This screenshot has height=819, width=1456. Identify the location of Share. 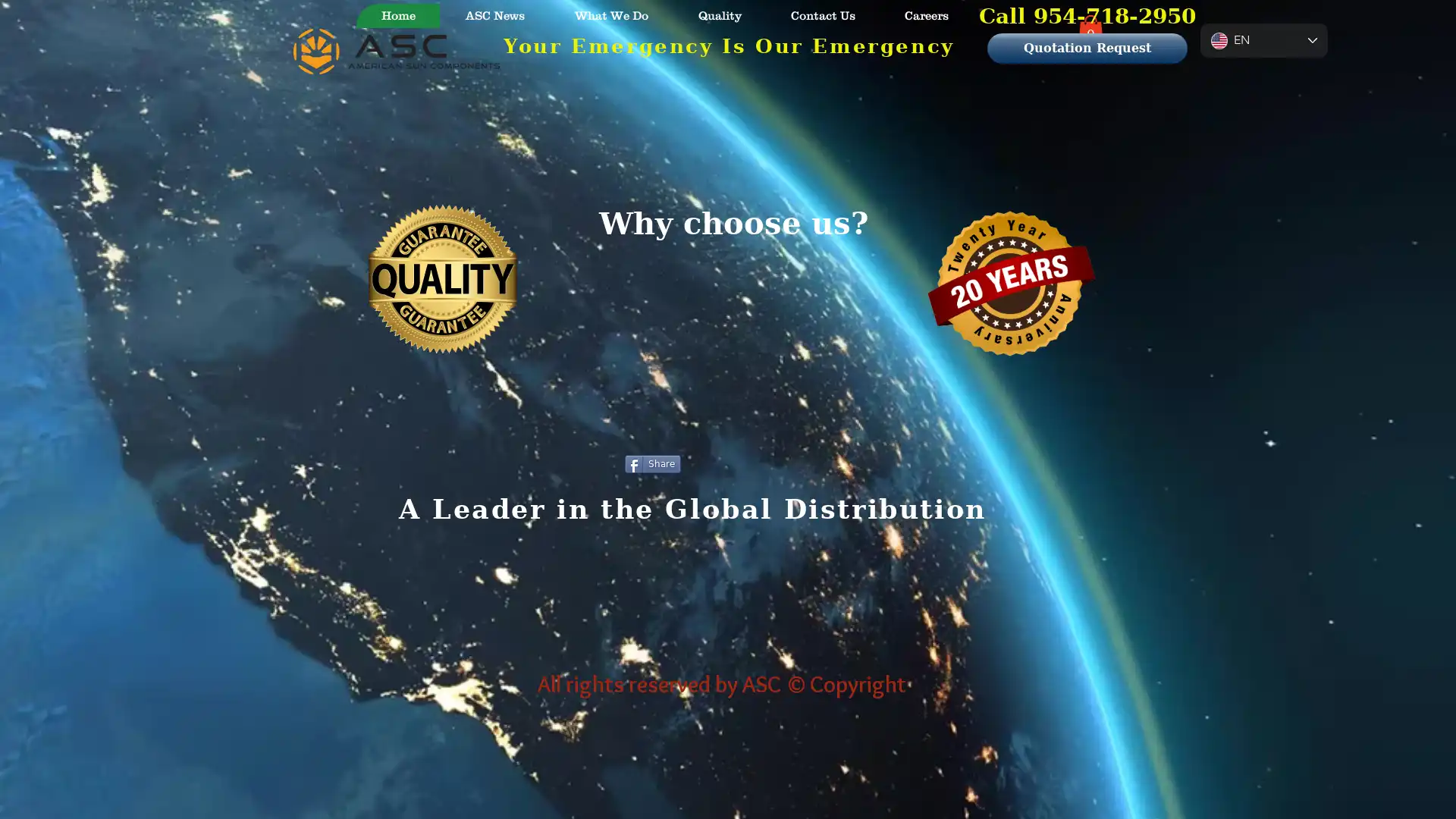
(652, 464).